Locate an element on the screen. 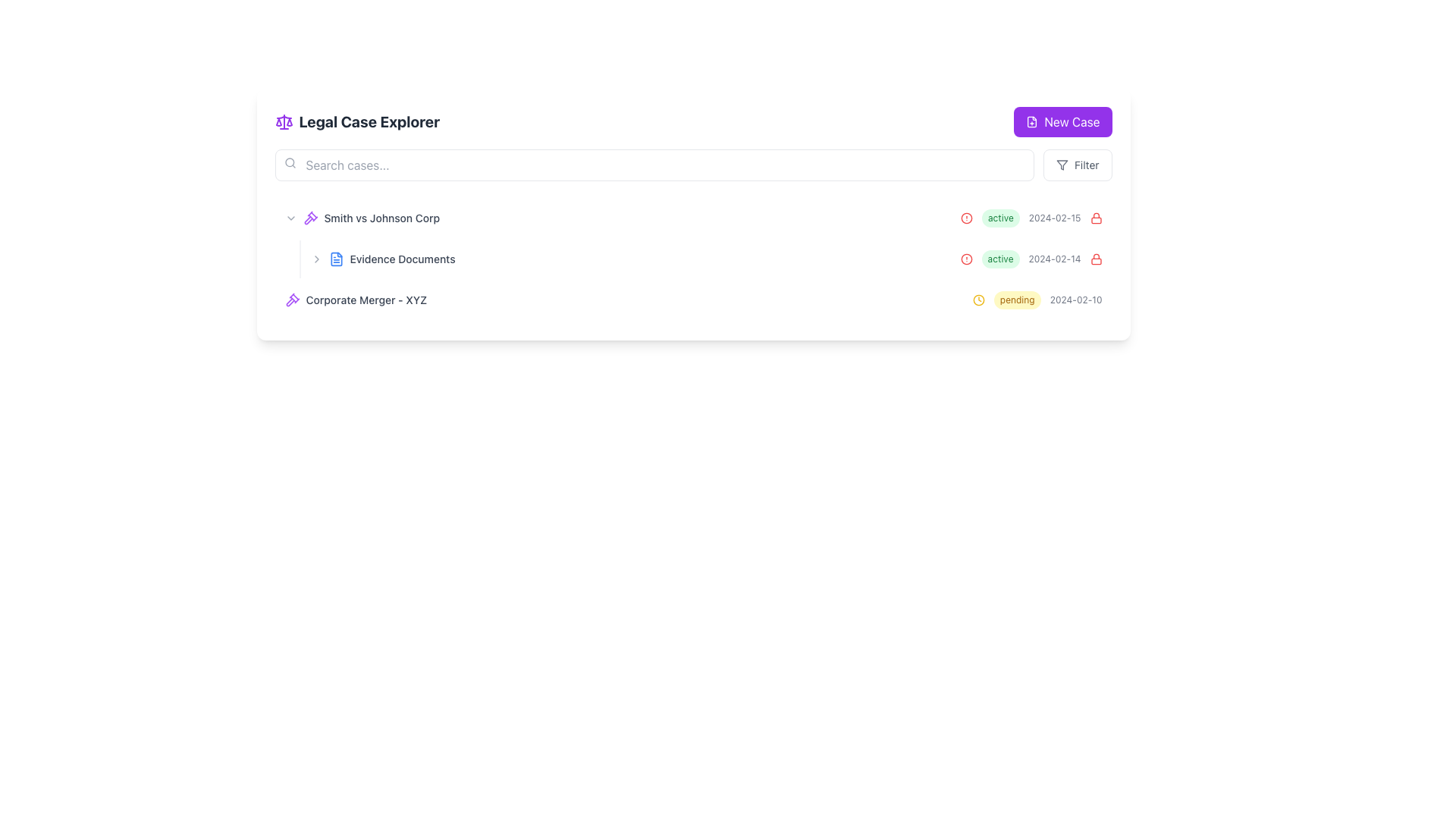 The width and height of the screenshot is (1456, 819). the second alert icon in the vertical list of cases, located next to the 'active' status label and date information is located at coordinates (965, 259).